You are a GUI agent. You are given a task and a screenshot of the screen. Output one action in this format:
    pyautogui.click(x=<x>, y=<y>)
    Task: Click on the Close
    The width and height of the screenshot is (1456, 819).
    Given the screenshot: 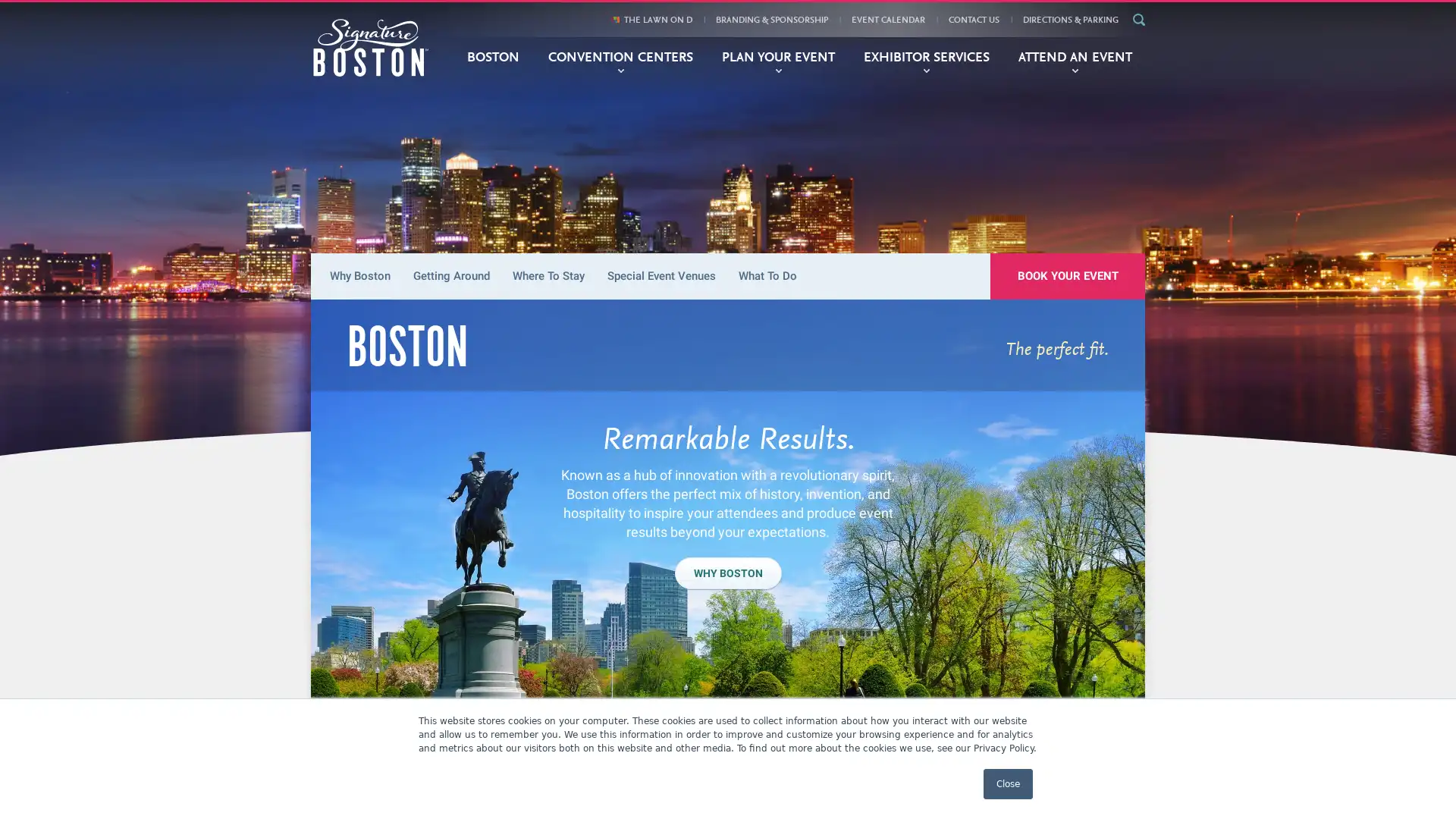 What is the action you would take?
    pyautogui.click(x=1008, y=783)
    